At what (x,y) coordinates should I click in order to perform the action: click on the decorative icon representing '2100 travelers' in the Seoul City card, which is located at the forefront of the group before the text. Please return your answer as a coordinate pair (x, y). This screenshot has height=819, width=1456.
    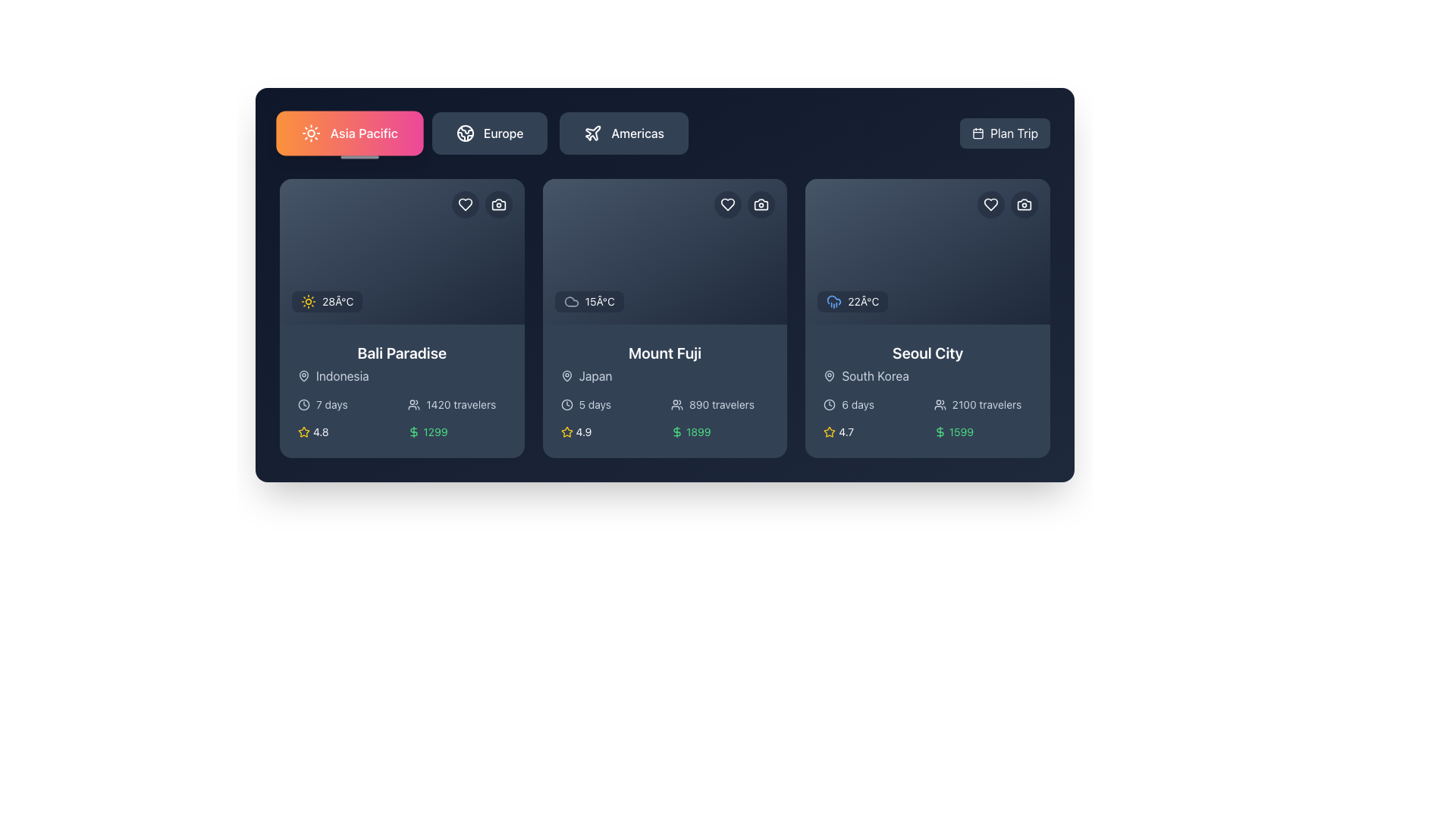
    Looking at the image, I should click on (939, 403).